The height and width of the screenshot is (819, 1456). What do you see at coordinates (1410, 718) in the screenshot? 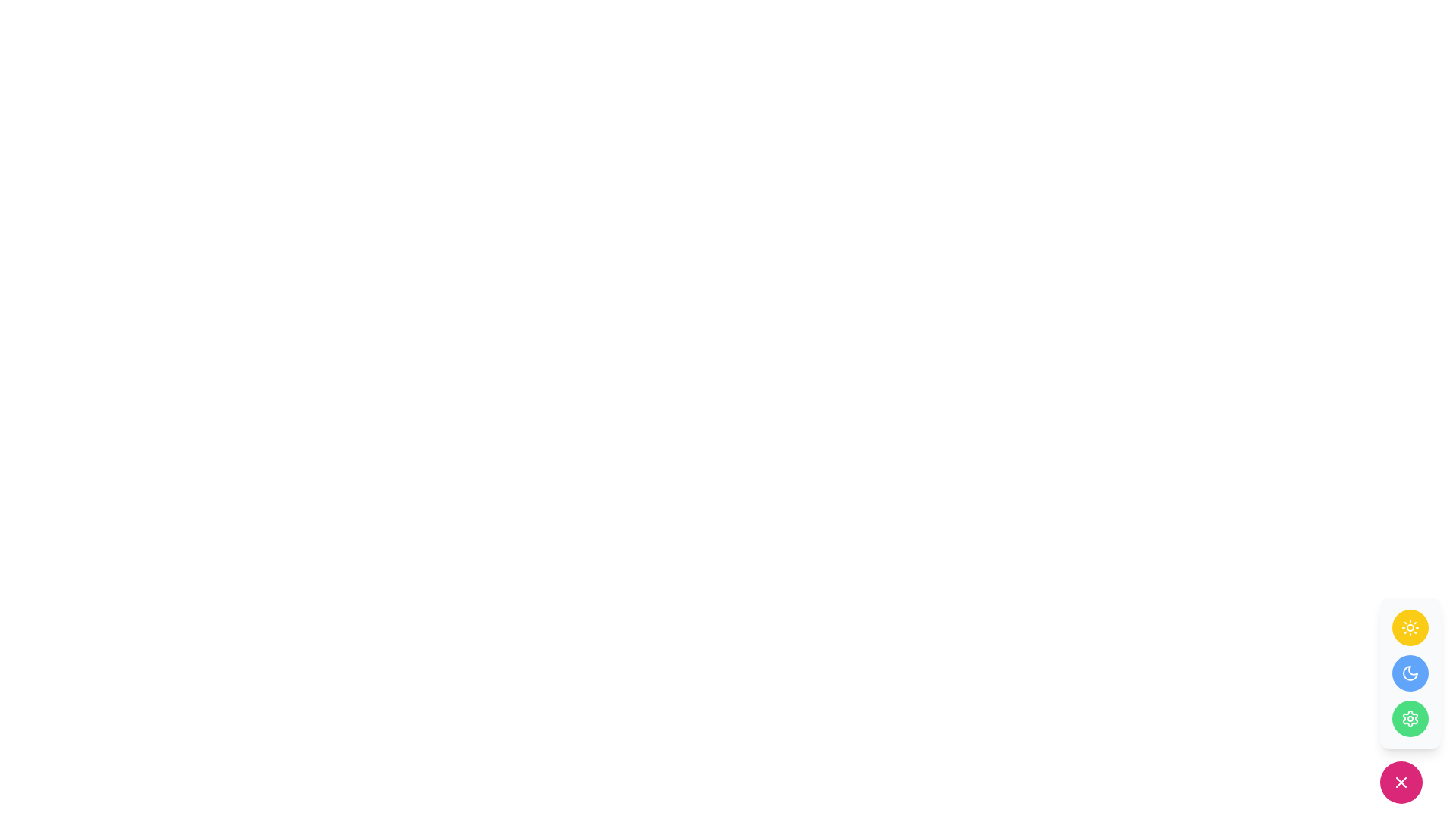
I see `the circular green button with a white gear icon at the bottom of the vertical stack` at bounding box center [1410, 718].